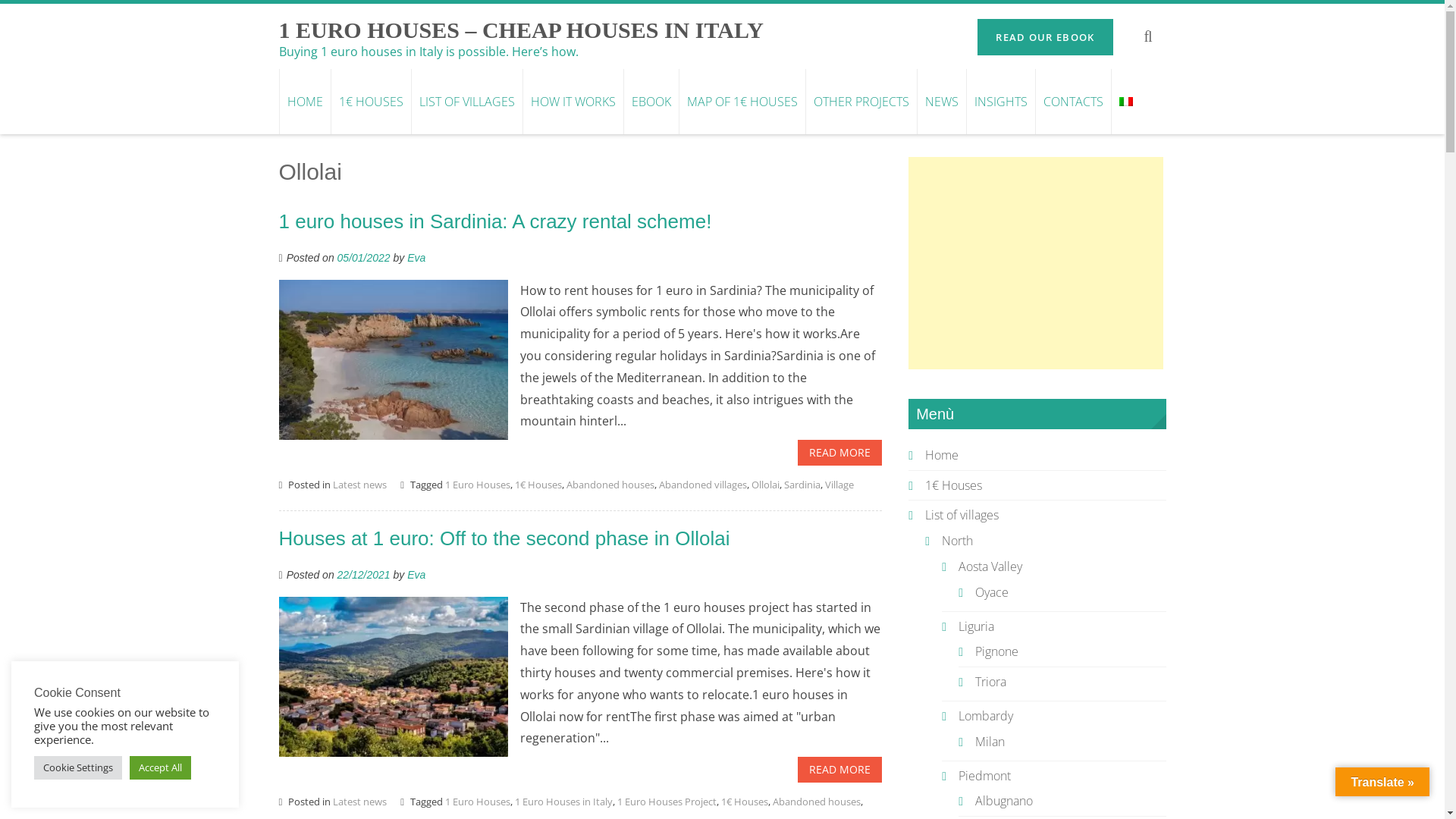  What do you see at coordinates (990, 741) in the screenshot?
I see `'Milan'` at bounding box center [990, 741].